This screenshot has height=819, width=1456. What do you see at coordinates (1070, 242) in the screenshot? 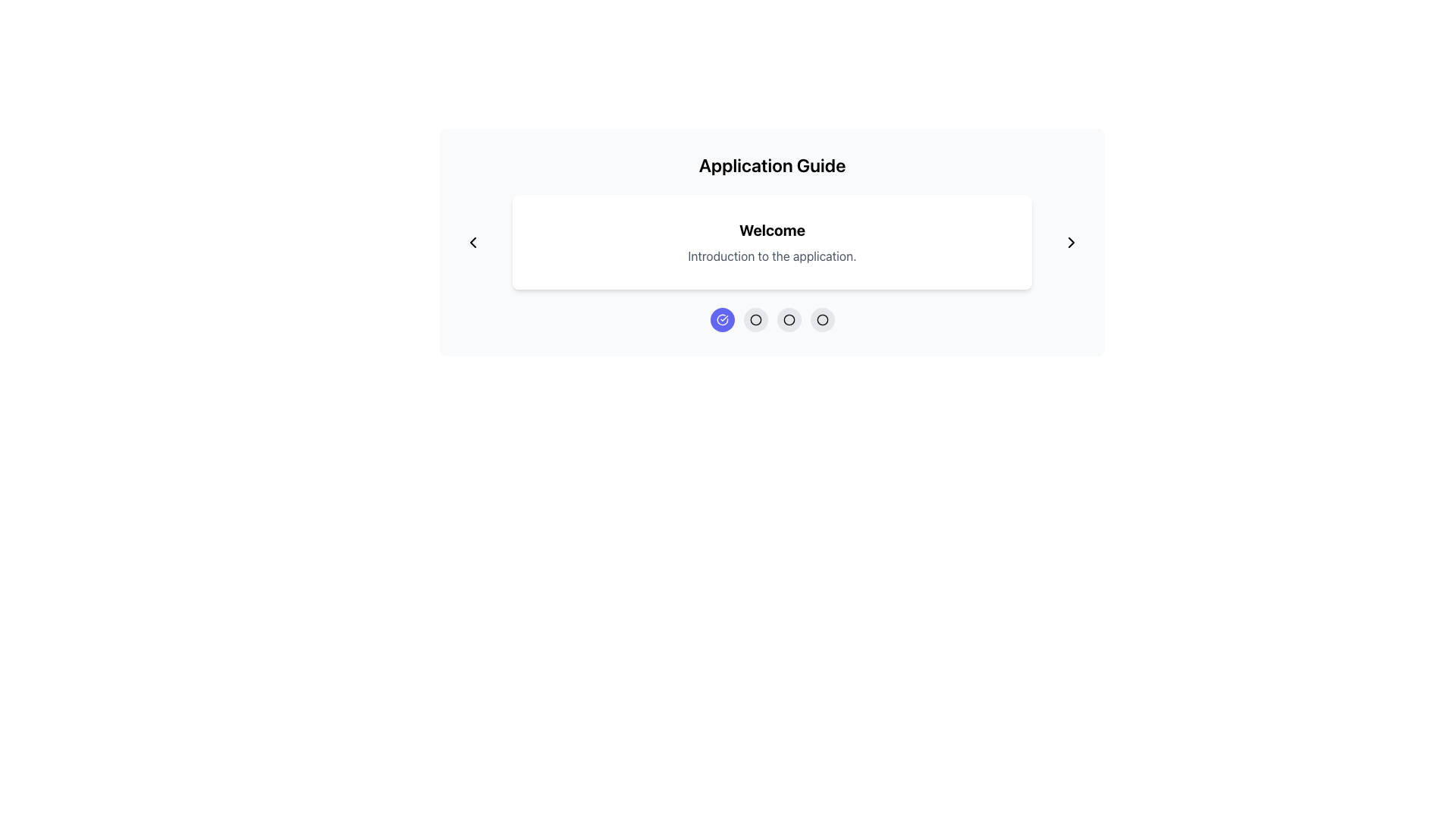
I see `the navigation button located at the rightmost edge of the layout group, adjacent to the 'Welcome' text card` at bounding box center [1070, 242].